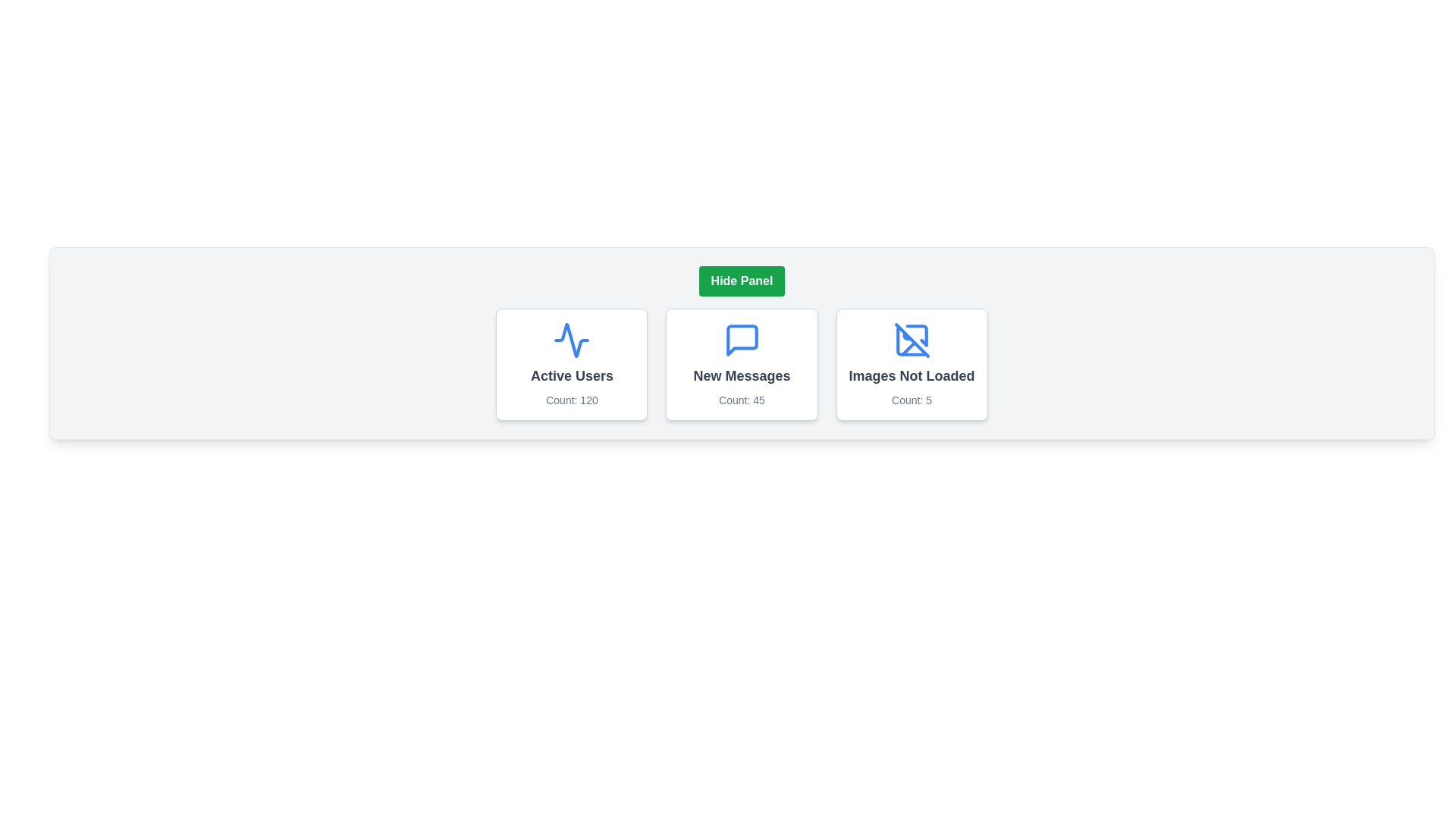  Describe the element at coordinates (742, 339) in the screenshot. I see `the blue speech bubble icon at the top-center of the 'New Messages' card, which has a minimalistic outline design and is positioned above the text 'New Messages' and 'Count: 45'` at that location.